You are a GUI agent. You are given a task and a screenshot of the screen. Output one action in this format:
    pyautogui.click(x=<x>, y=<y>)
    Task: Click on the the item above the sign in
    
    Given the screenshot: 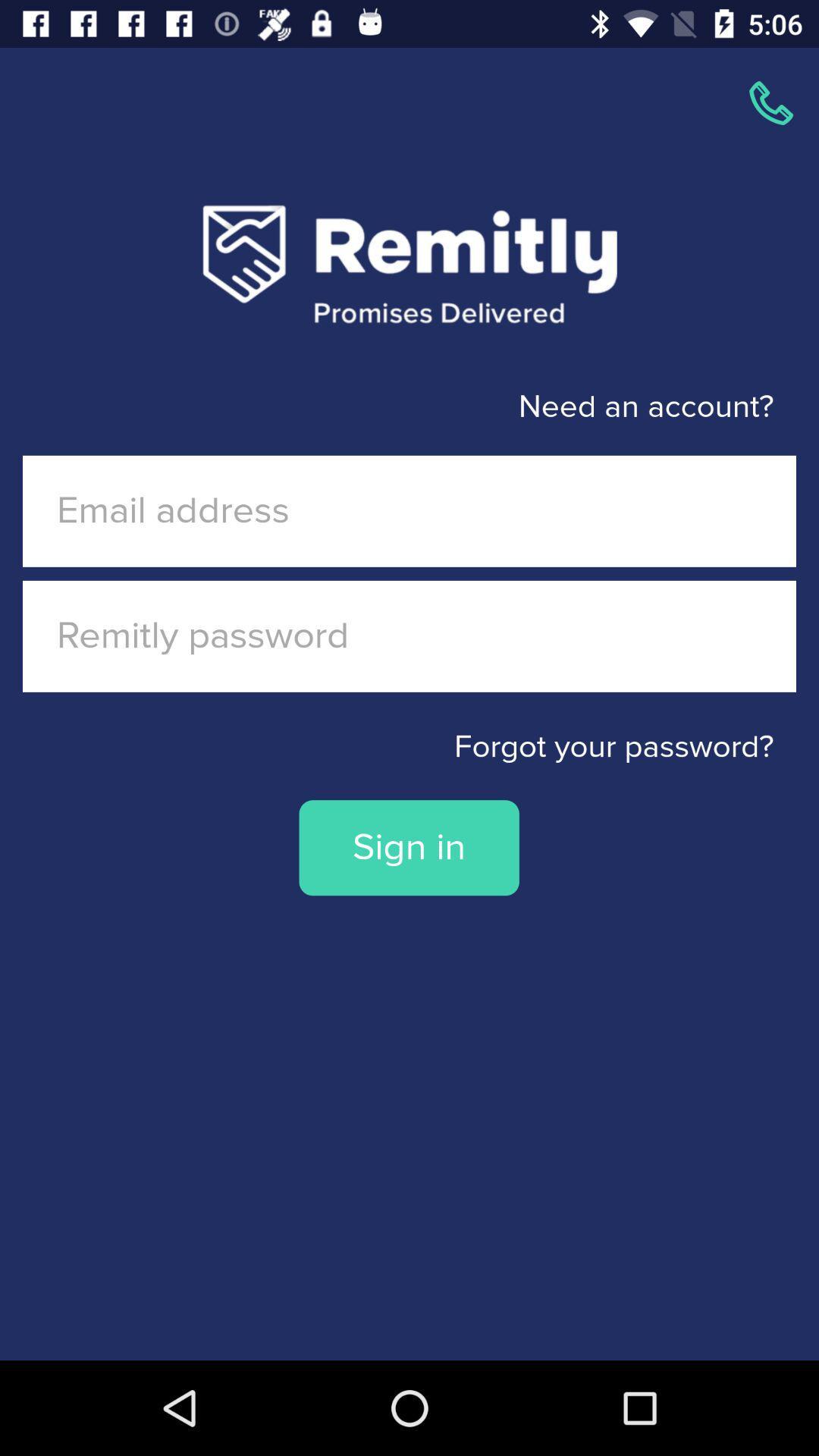 What is the action you would take?
    pyautogui.click(x=409, y=747)
    